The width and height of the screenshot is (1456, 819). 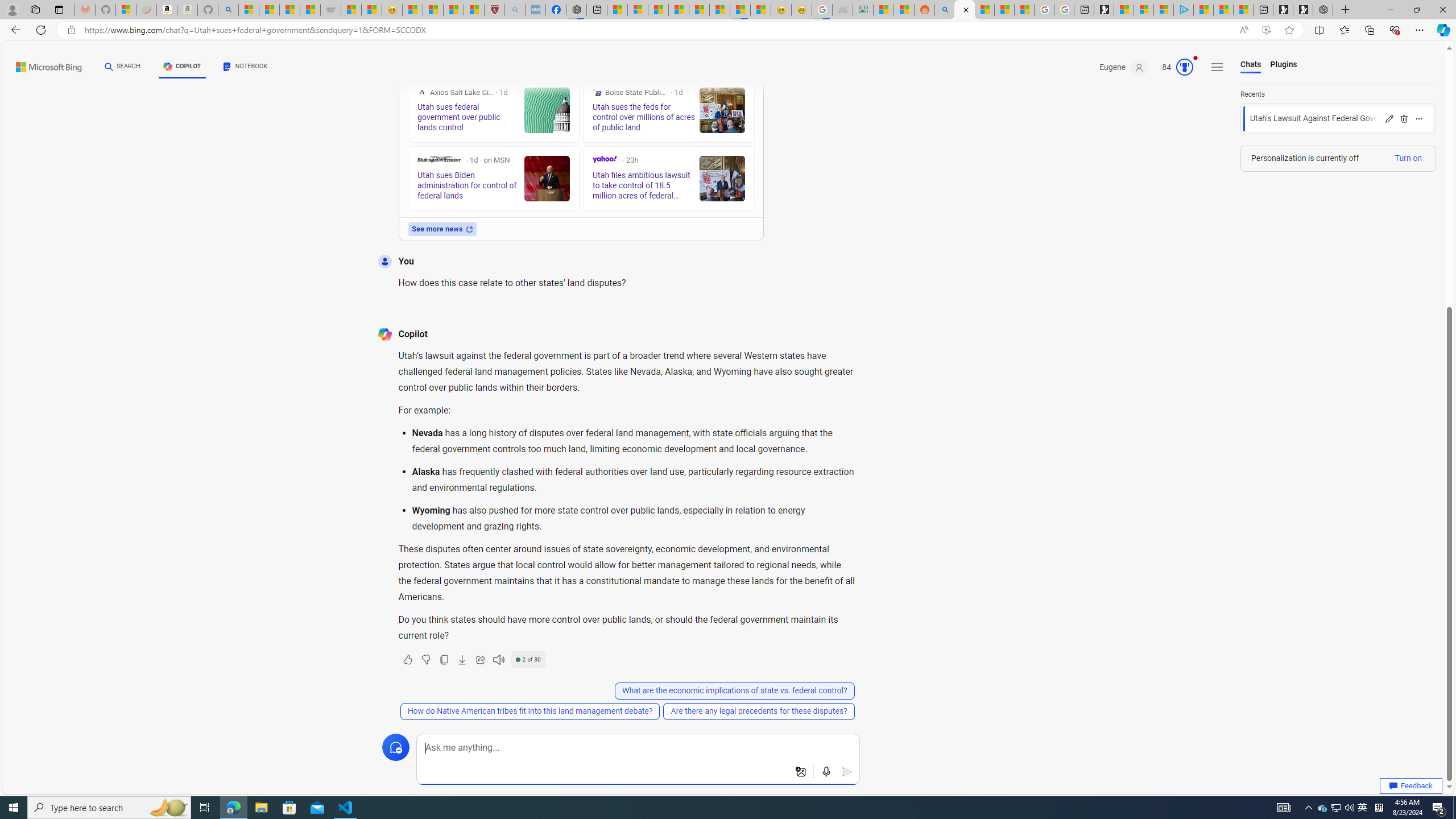 I want to click on 'NOTEBOOK', so click(x=245, y=68).